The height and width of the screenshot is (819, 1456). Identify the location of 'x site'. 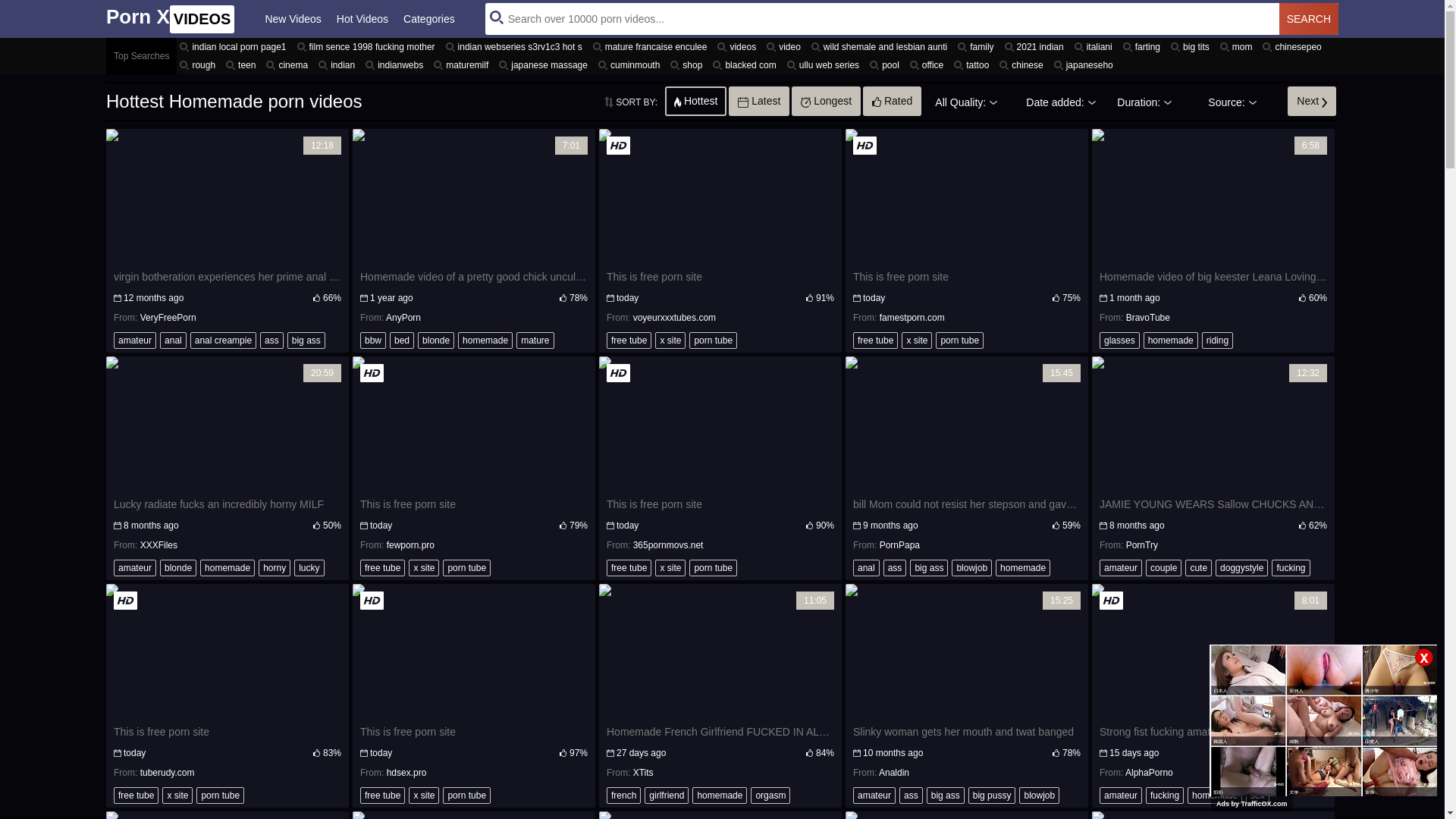
(655, 339).